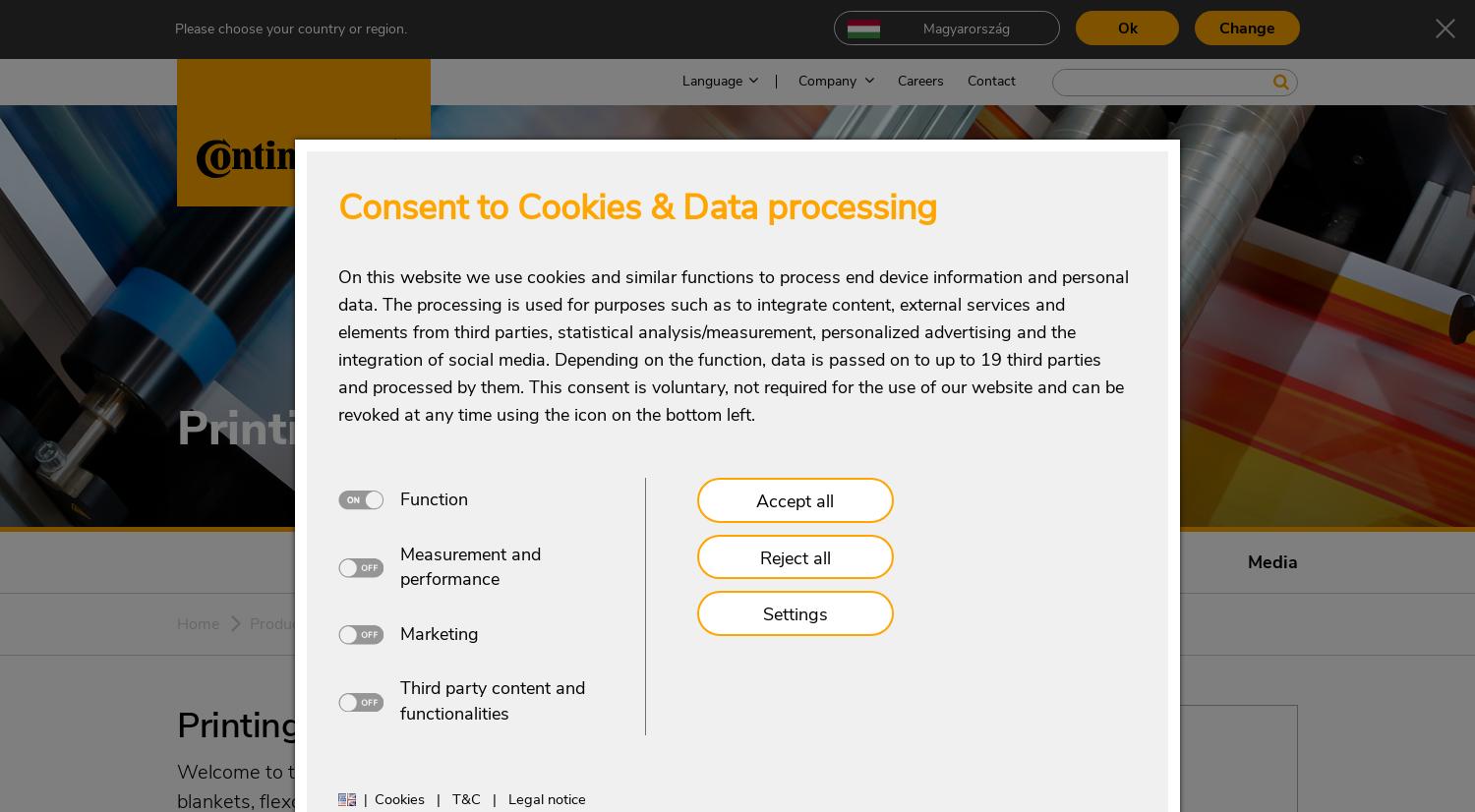  Describe the element at coordinates (469, 564) in the screenshot. I see `'Measurement and performance'` at that location.